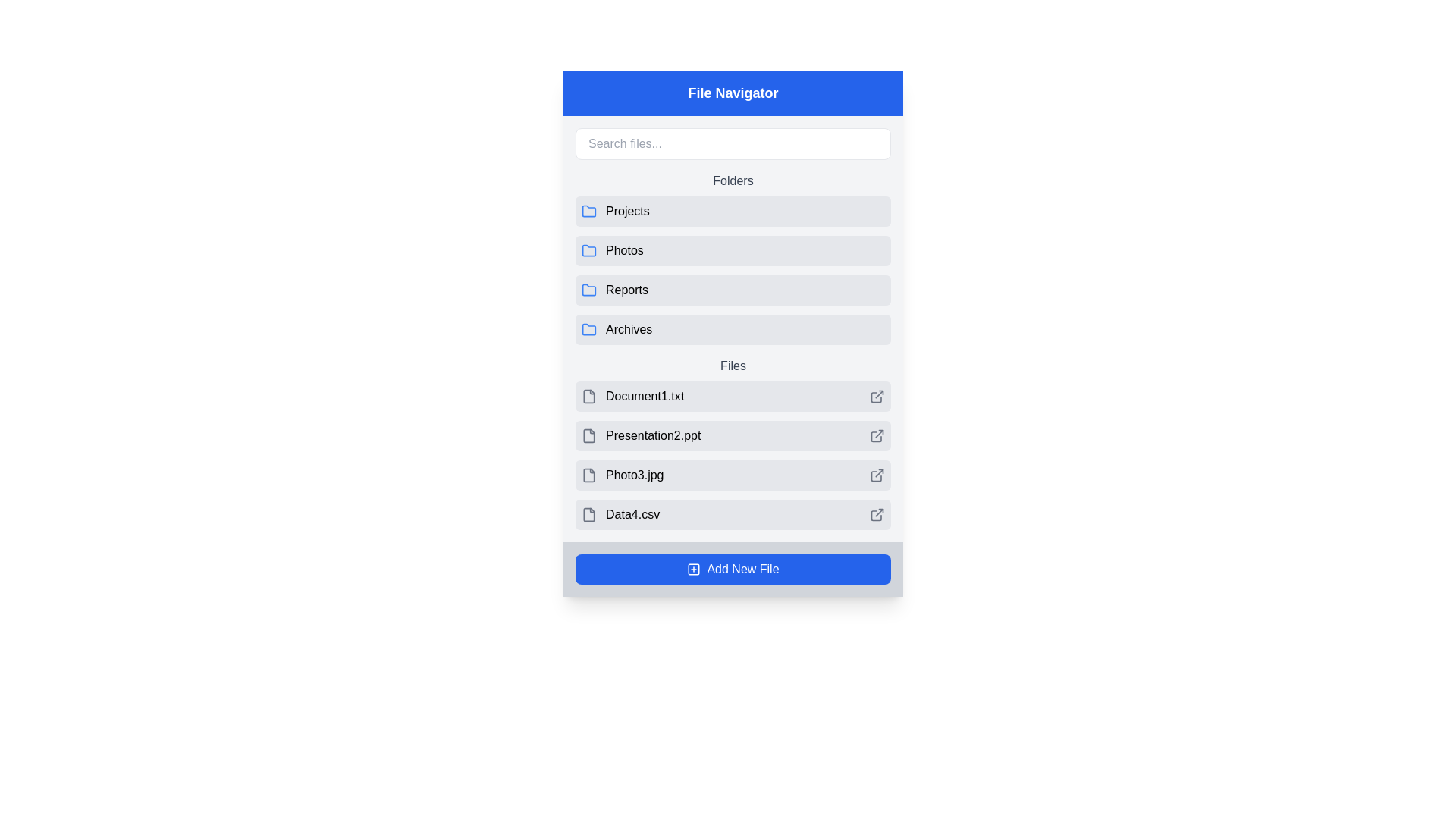  I want to click on the text label 'Presentation2.ppt' located, so click(653, 435).